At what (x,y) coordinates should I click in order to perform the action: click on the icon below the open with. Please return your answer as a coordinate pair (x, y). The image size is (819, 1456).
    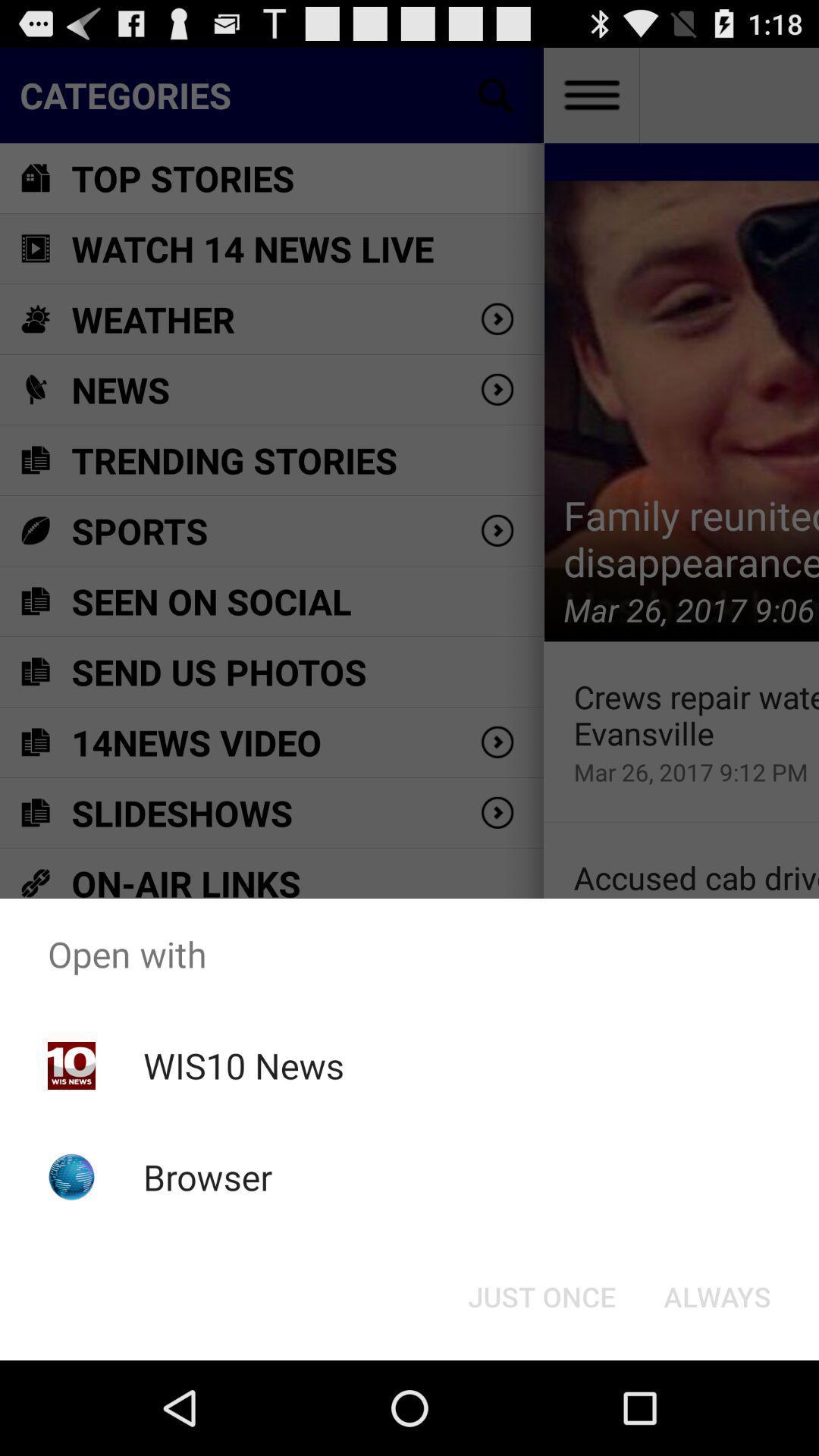
    Looking at the image, I should click on (541, 1295).